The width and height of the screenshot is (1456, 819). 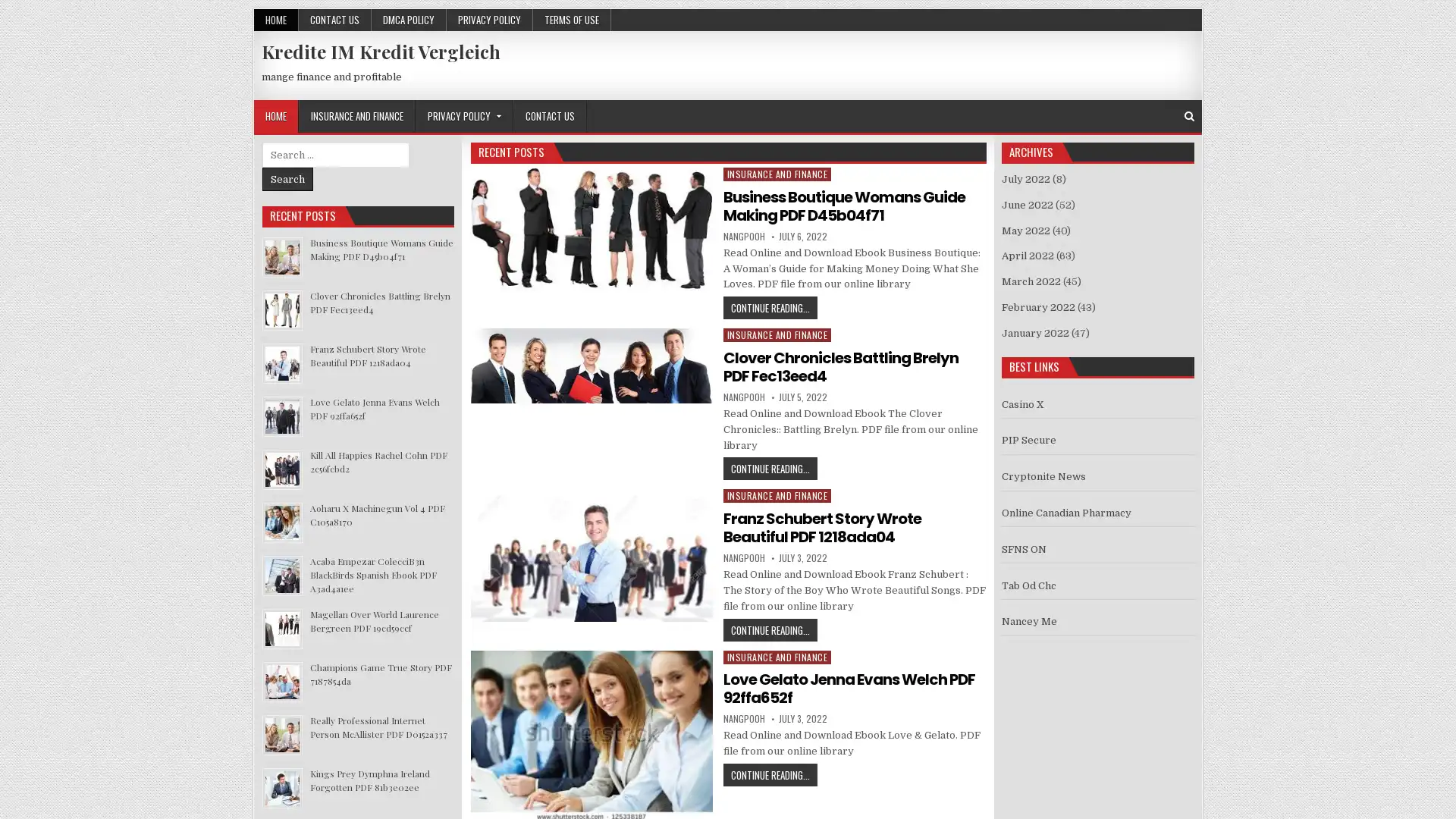 What do you see at coordinates (287, 178) in the screenshot?
I see `Search` at bounding box center [287, 178].